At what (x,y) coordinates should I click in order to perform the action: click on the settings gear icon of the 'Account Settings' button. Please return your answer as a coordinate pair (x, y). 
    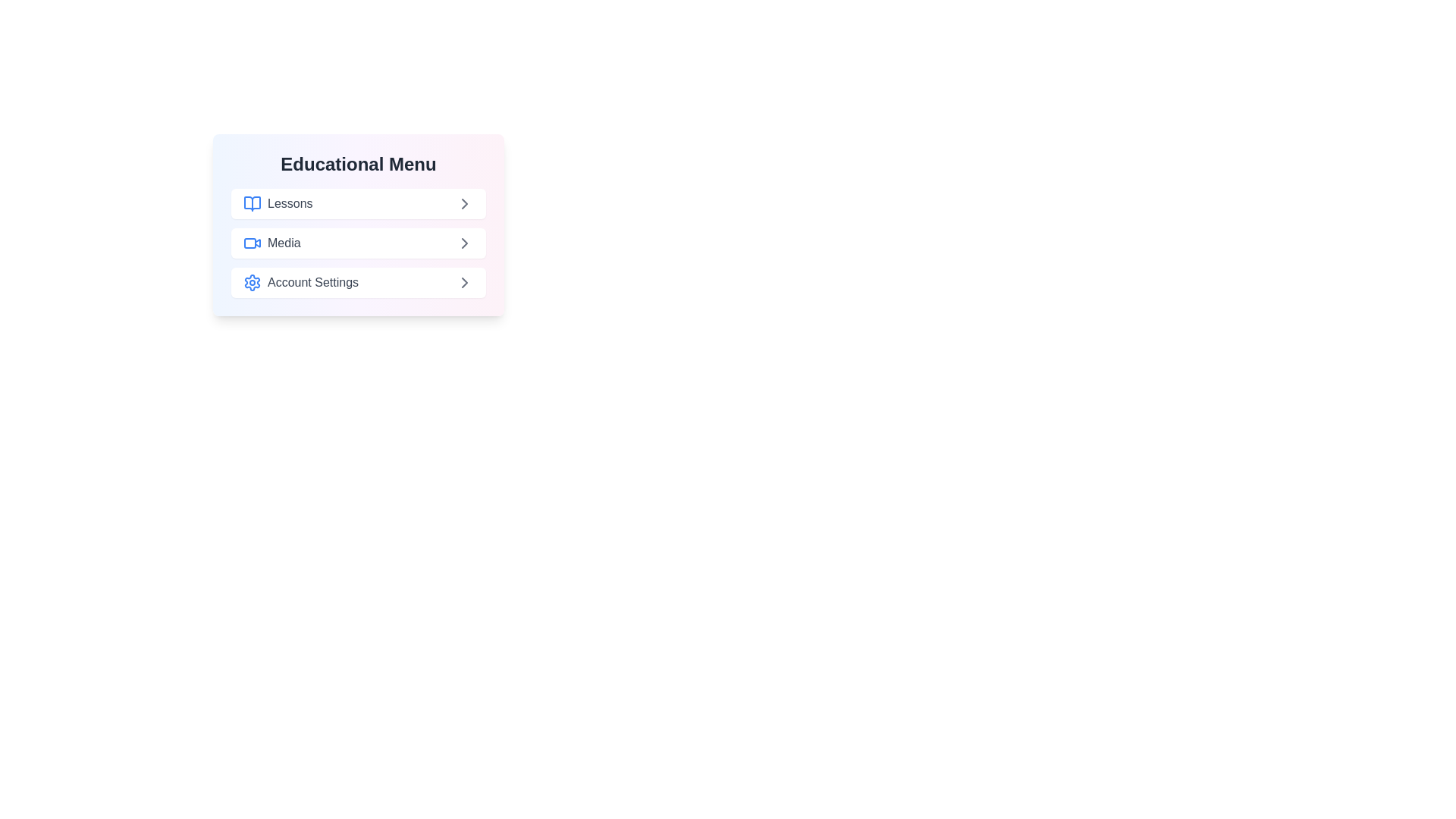
    Looking at the image, I should click on (301, 283).